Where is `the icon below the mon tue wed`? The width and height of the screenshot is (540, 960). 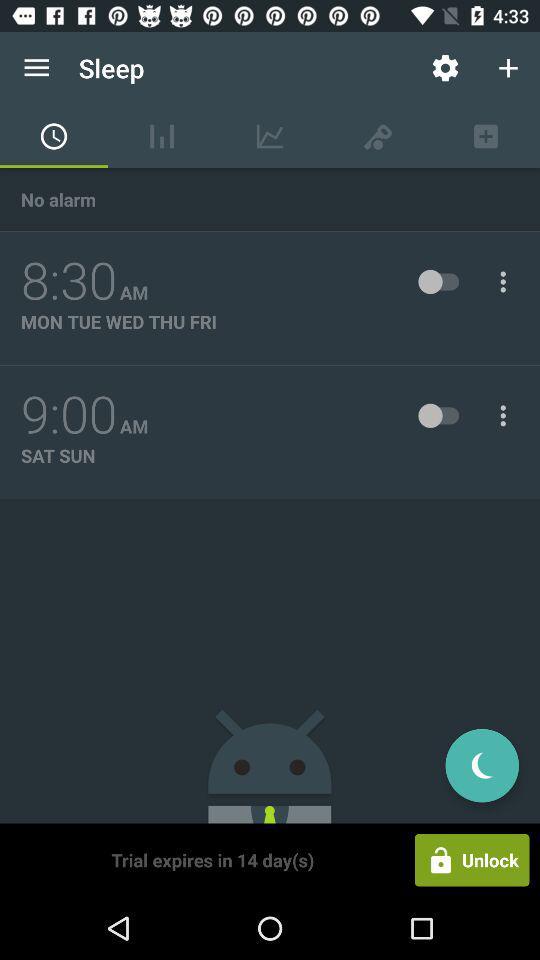 the icon below the mon tue wed is located at coordinates (68, 414).